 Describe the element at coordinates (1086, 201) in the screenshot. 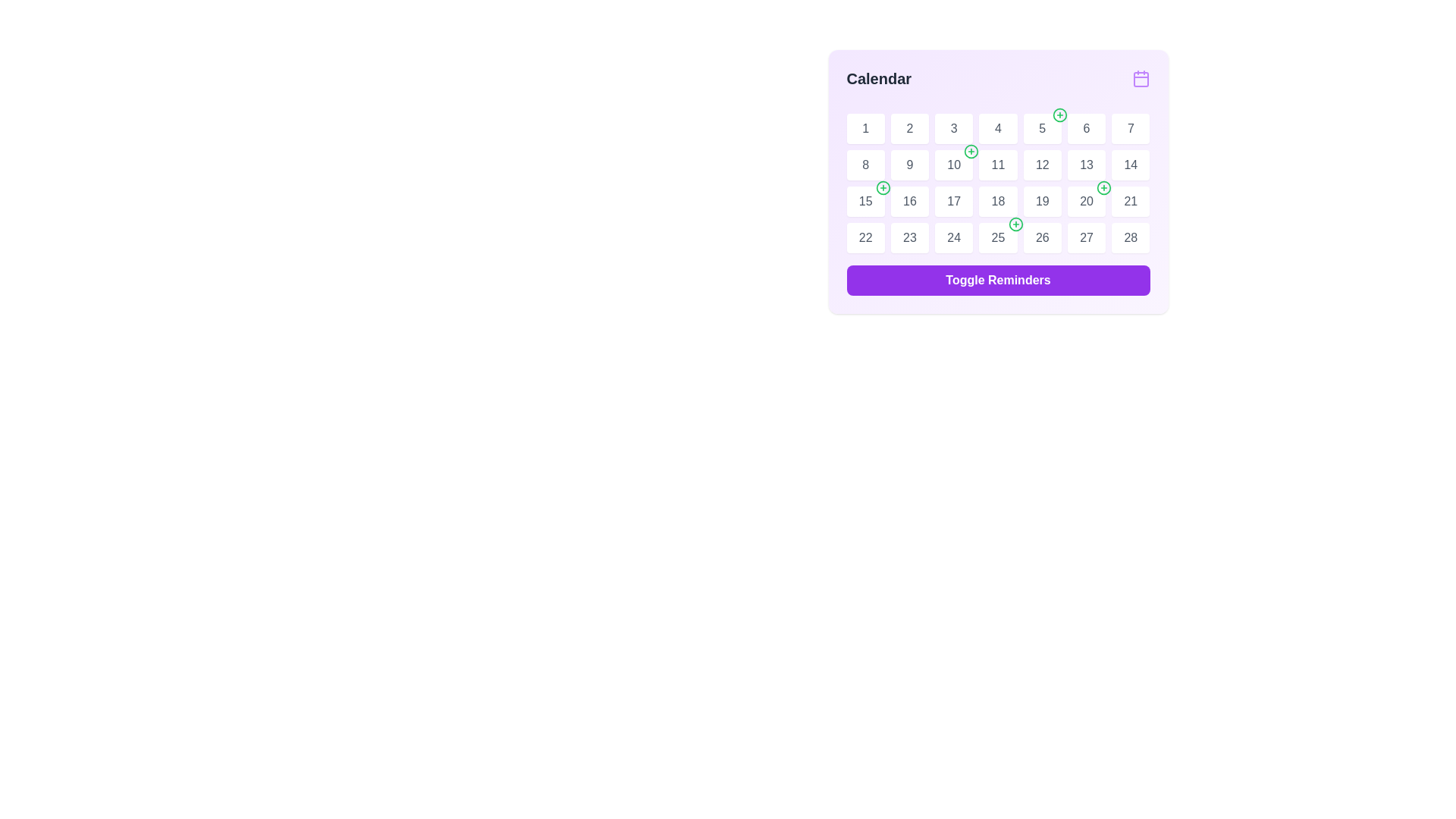

I see `the calendar day box displaying the number '20'` at that location.